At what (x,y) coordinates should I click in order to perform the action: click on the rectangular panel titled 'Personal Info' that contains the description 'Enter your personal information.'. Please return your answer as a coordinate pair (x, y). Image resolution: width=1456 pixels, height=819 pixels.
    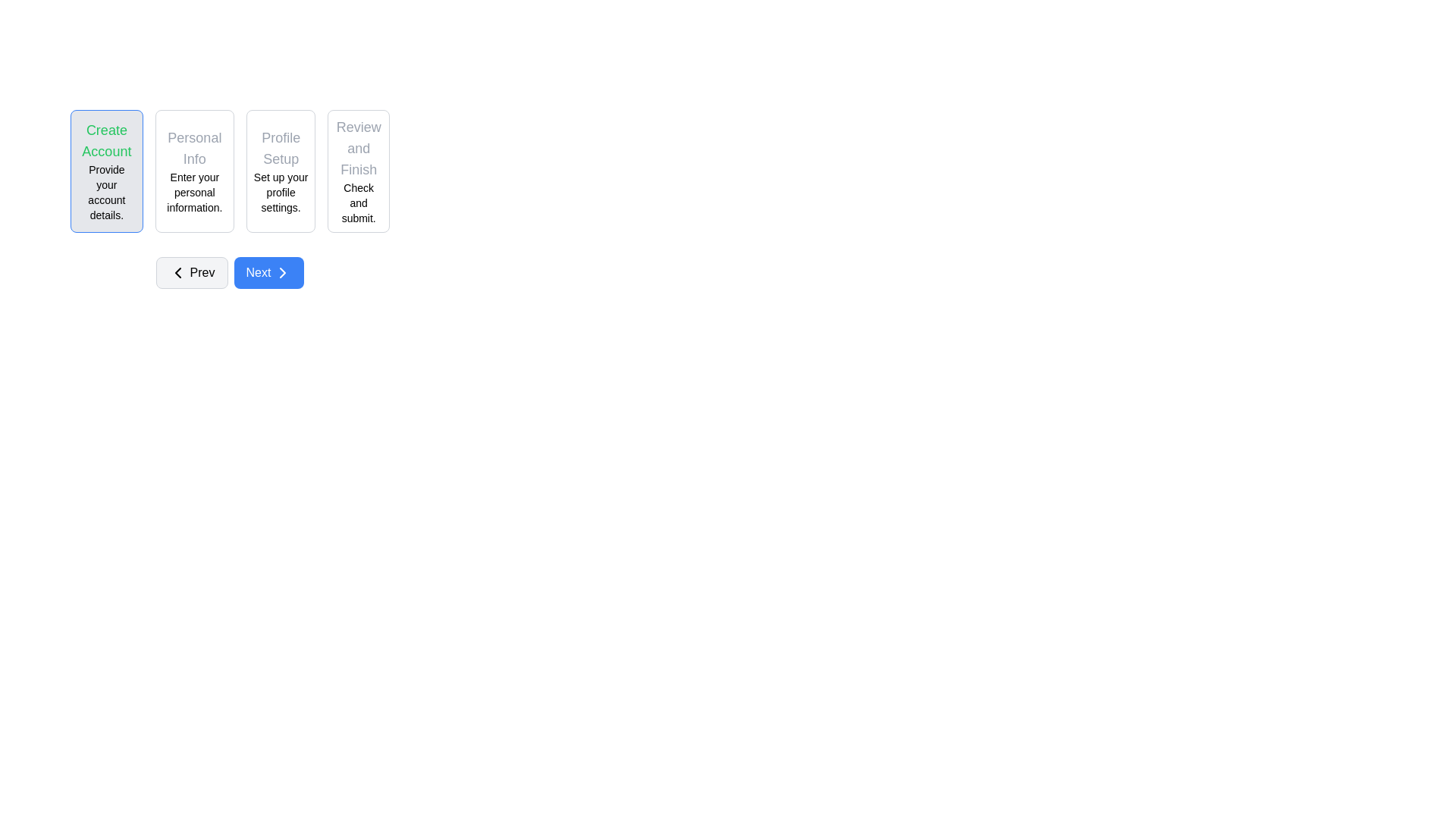
    Looking at the image, I should click on (229, 198).